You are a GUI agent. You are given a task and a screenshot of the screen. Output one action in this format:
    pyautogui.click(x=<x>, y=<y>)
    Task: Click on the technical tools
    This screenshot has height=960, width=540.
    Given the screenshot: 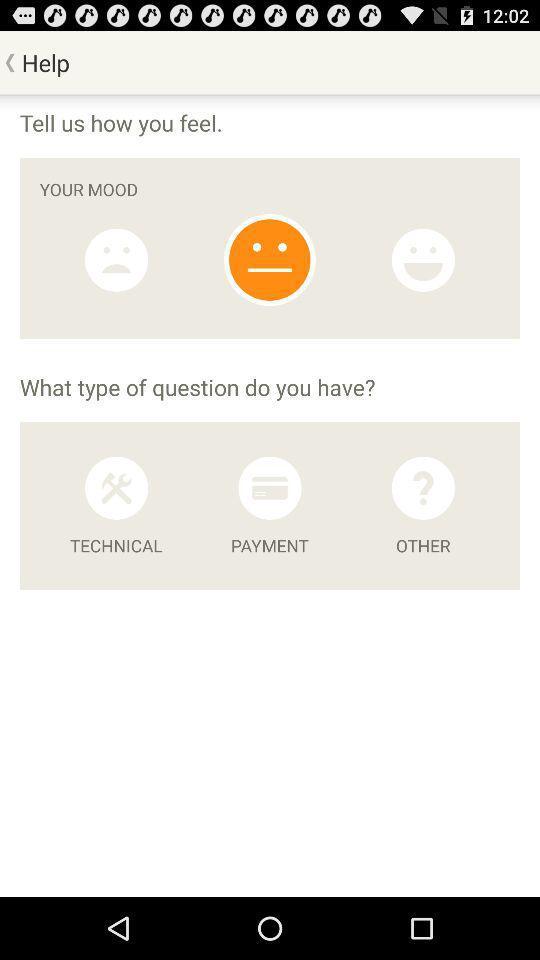 What is the action you would take?
    pyautogui.click(x=116, y=487)
    